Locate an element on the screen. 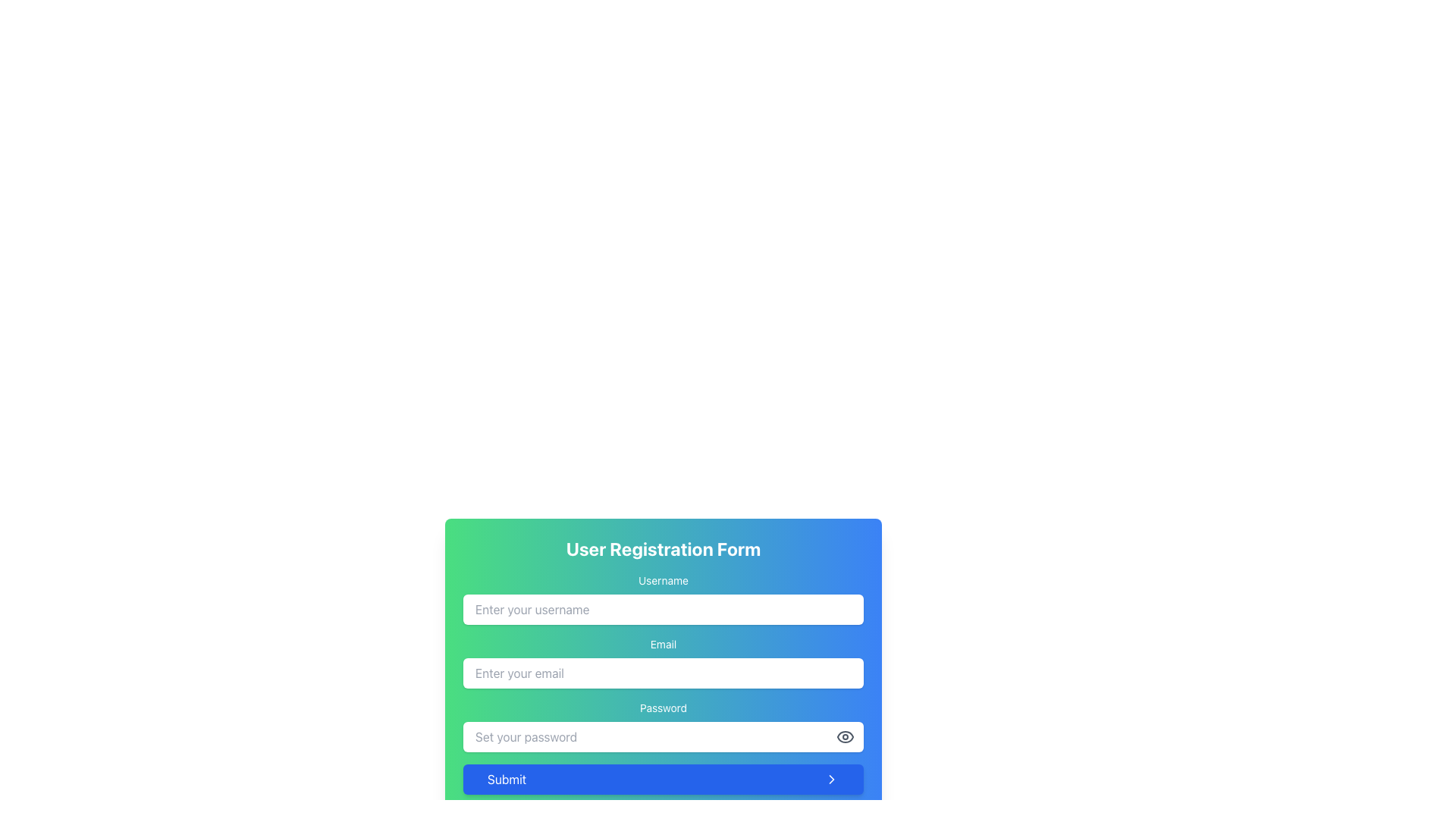  the right-facing chevron icon located at the bottom-right corner of the user interface, immediately to the right of the 'Submit' button is located at coordinates (831, 780).